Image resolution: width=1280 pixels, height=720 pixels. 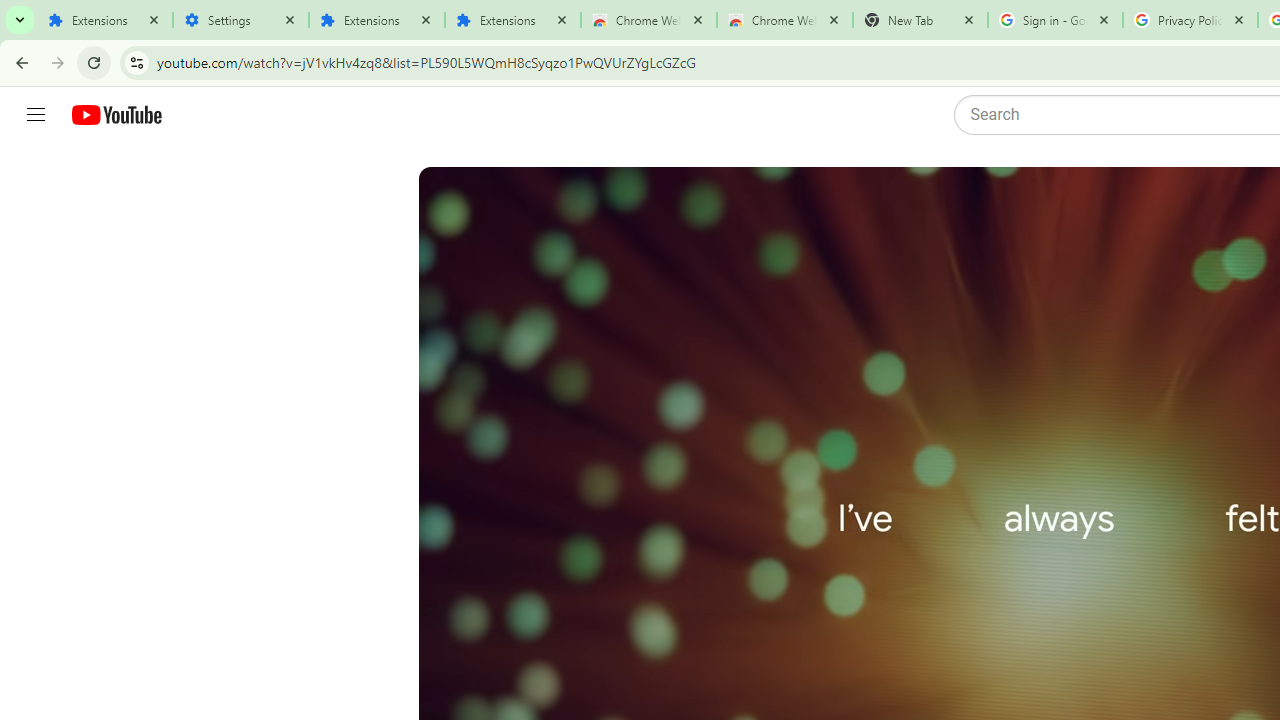 What do you see at coordinates (1054, 20) in the screenshot?
I see `'Sign in - Google Accounts'` at bounding box center [1054, 20].